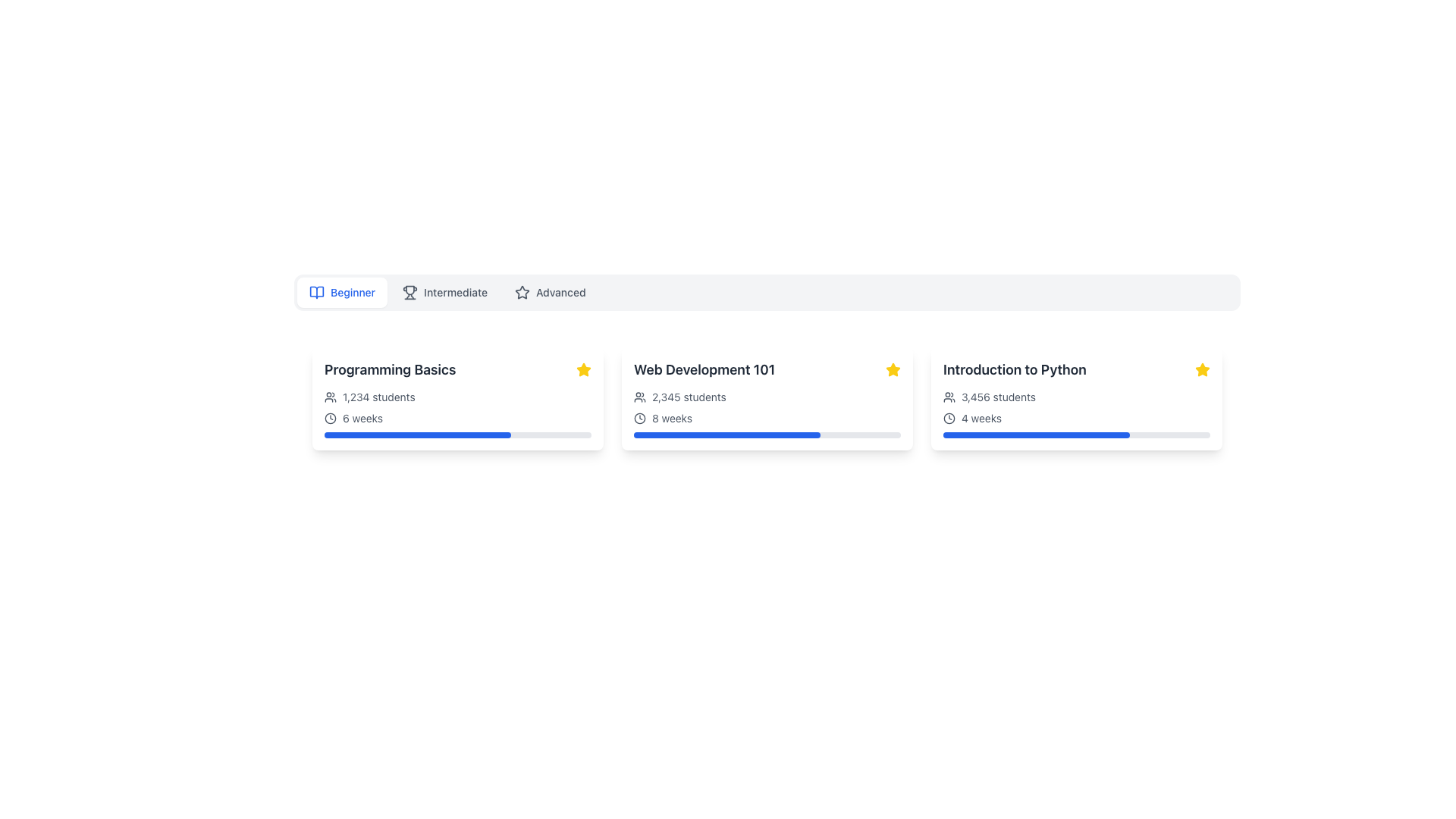 The height and width of the screenshot is (819, 1456). Describe the element at coordinates (457, 435) in the screenshot. I see `the progress bar located below the text '6 weeks' inside the 'Programming Basics' card, which visually represents the user's progress in a course` at that location.